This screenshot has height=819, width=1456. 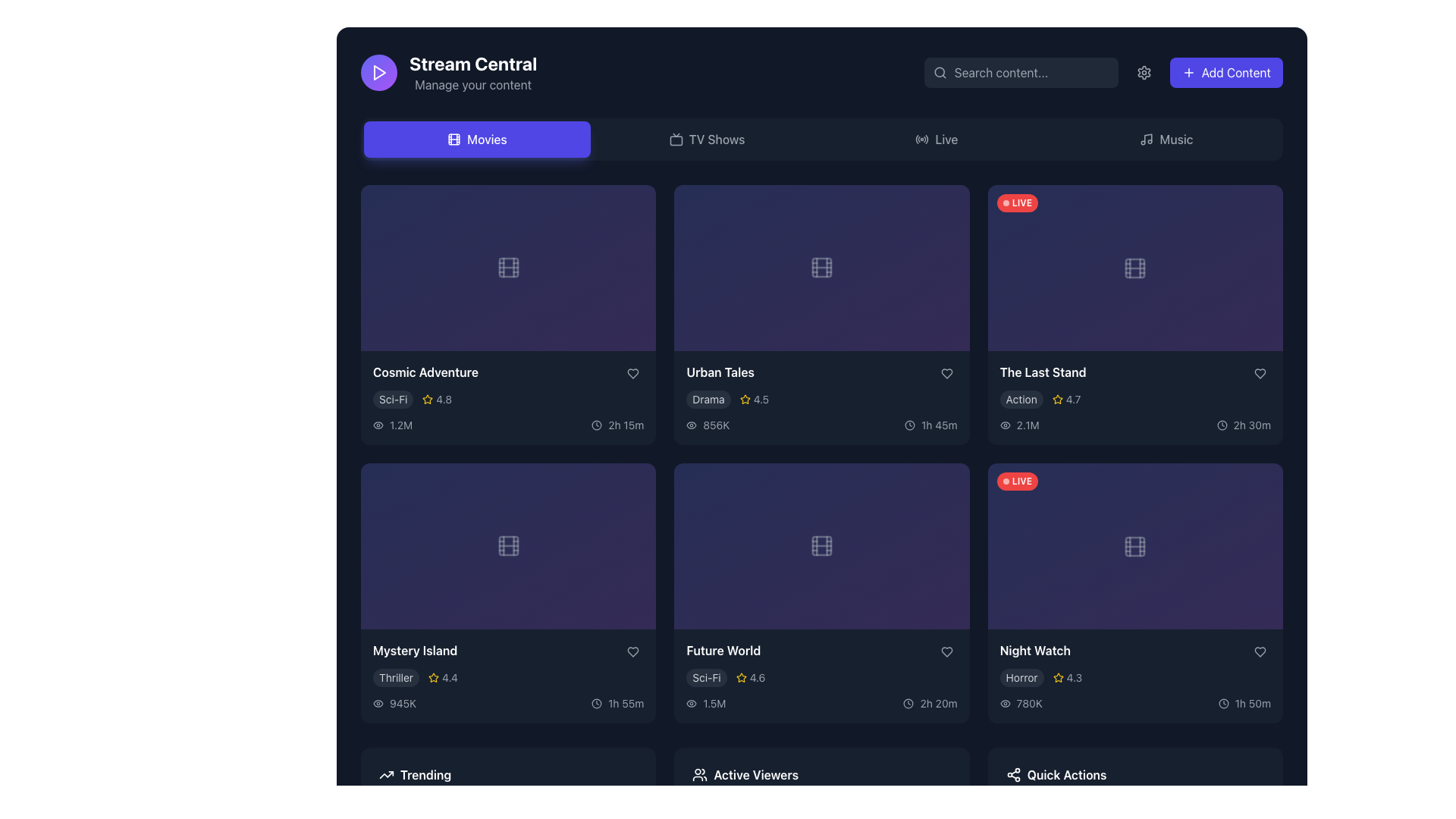 What do you see at coordinates (1253, 704) in the screenshot?
I see `displayed time from the text label showing '1h 50m', which is located at the bottom-right of the 'Night Watch' card and is aligned to the right of a clock icon` at bounding box center [1253, 704].